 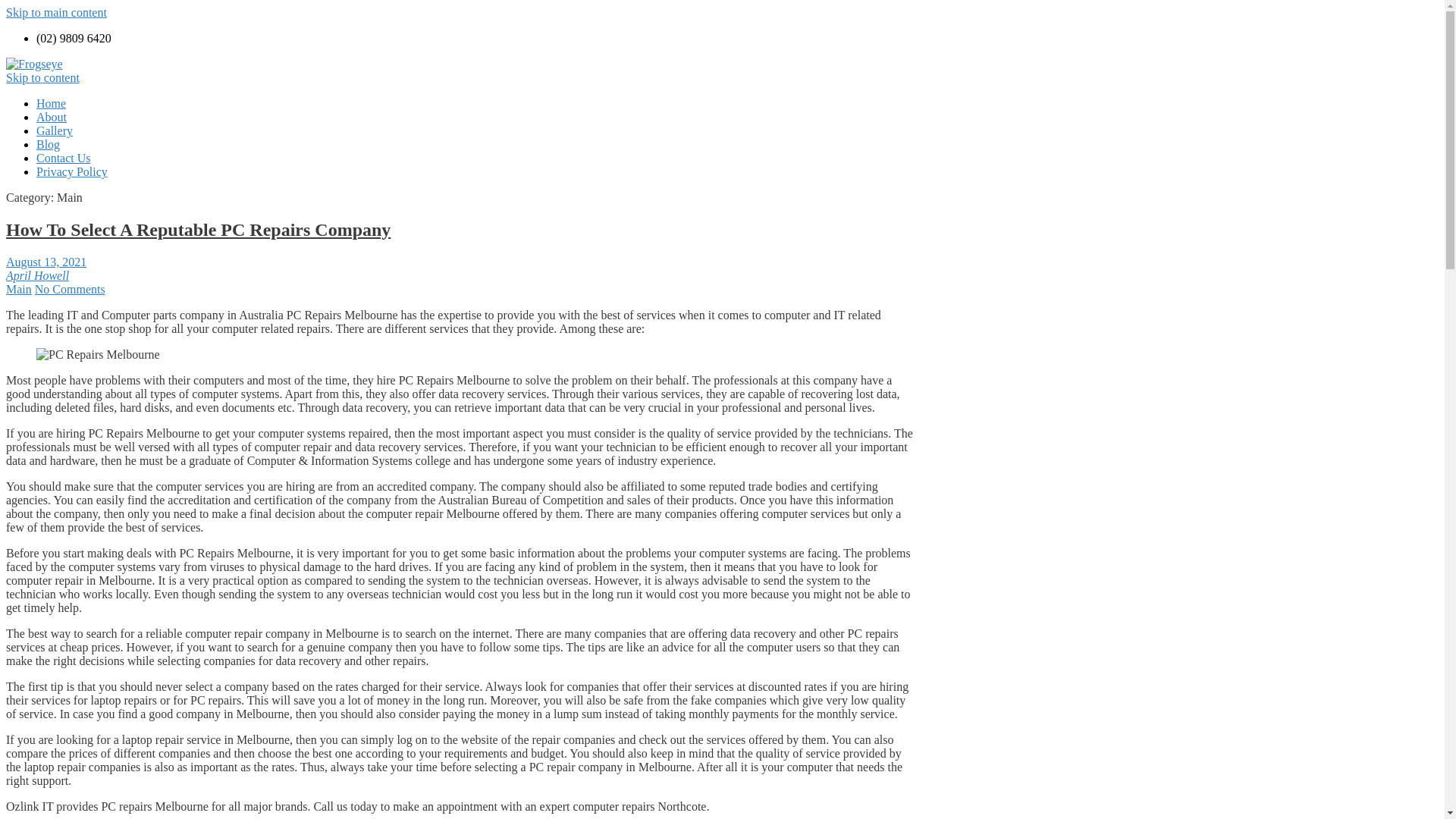 What do you see at coordinates (48, 144) in the screenshot?
I see `'Blog'` at bounding box center [48, 144].